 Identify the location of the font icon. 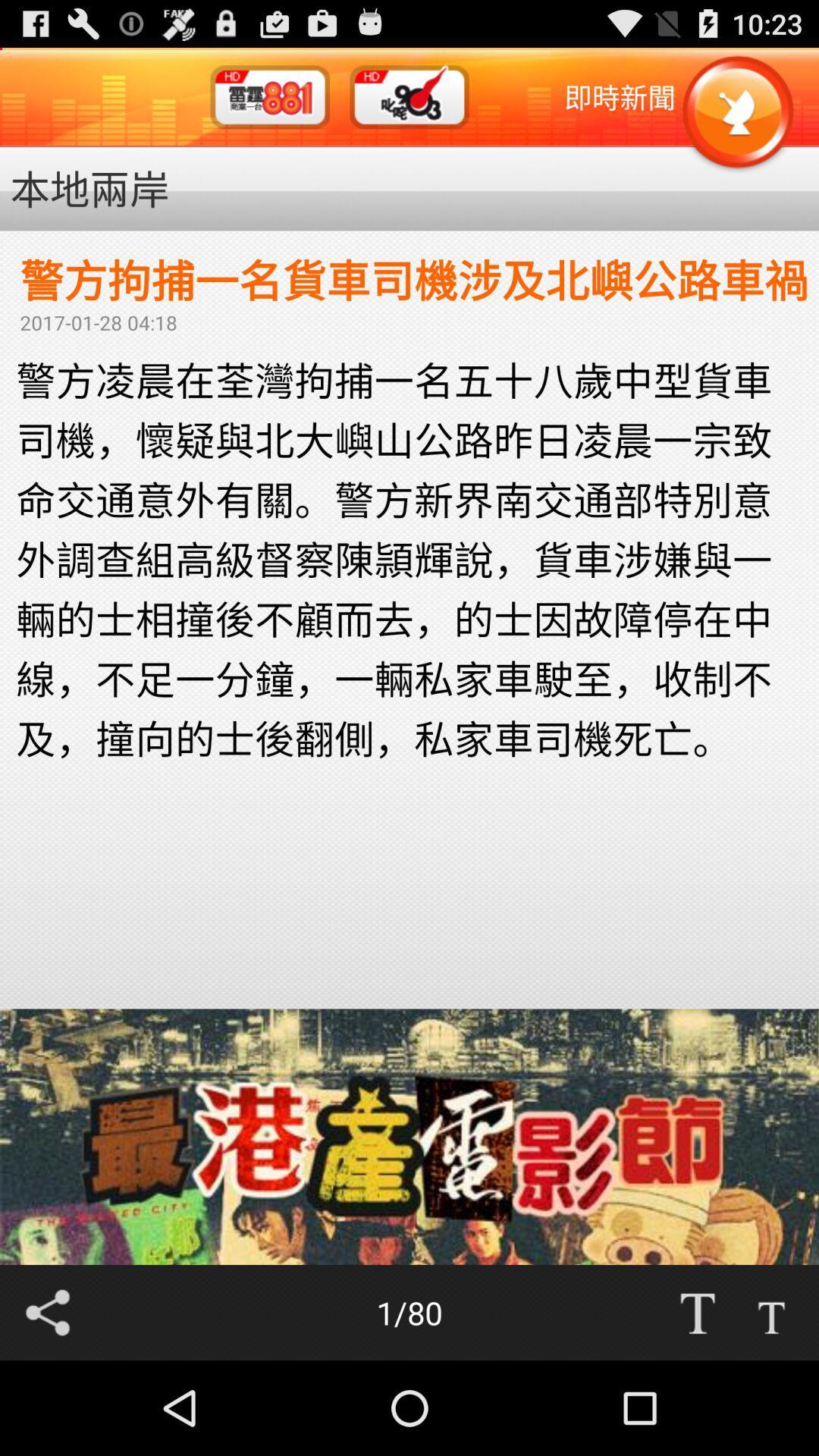
(771, 1404).